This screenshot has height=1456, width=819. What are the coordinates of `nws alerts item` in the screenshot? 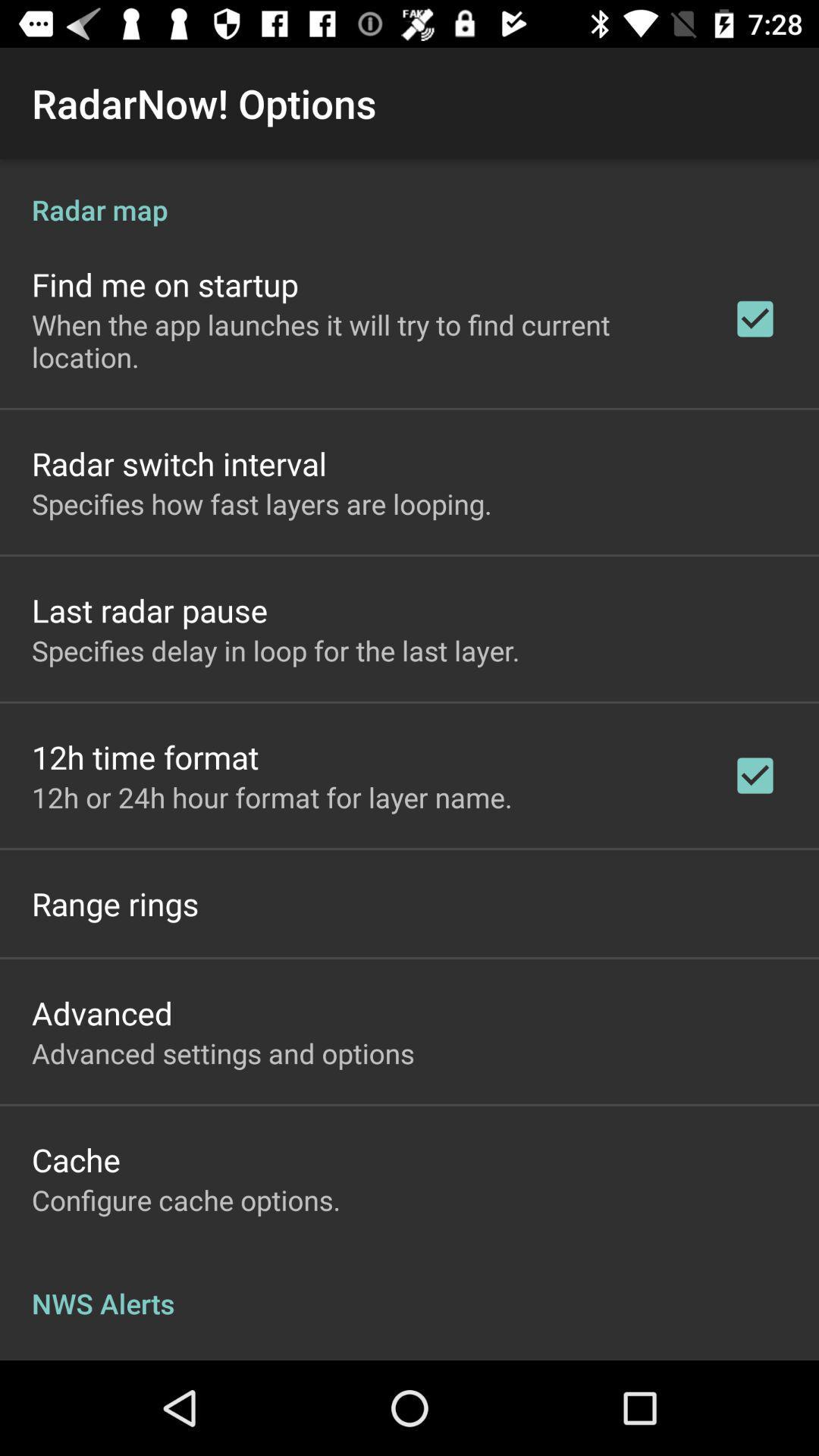 It's located at (409, 1287).